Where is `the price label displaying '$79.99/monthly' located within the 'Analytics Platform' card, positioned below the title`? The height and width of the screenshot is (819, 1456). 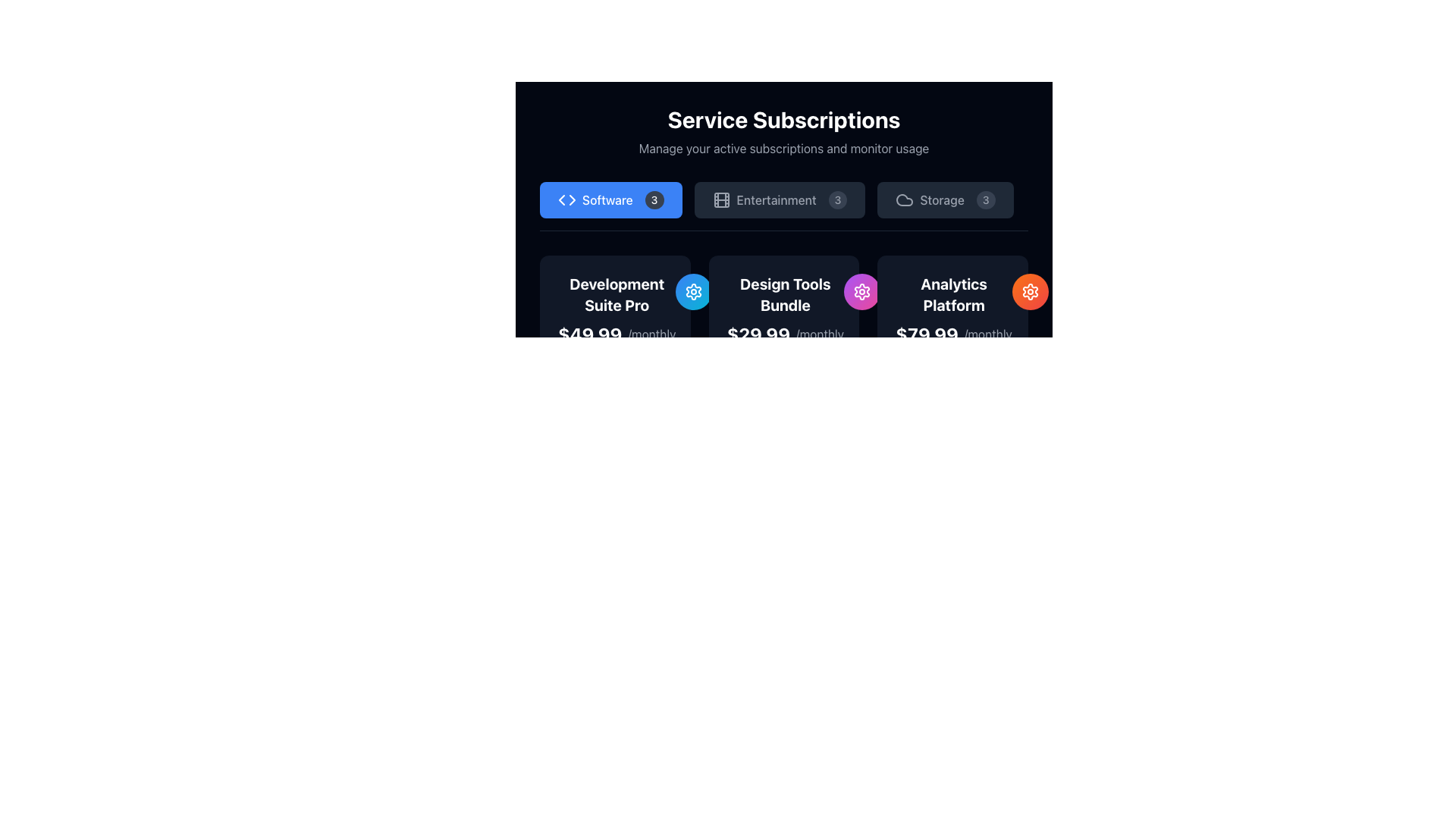 the price label displaying '$79.99/monthly' located within the 'Analytics Platform' card, positioned below the title is located at coordinates (953, 333).